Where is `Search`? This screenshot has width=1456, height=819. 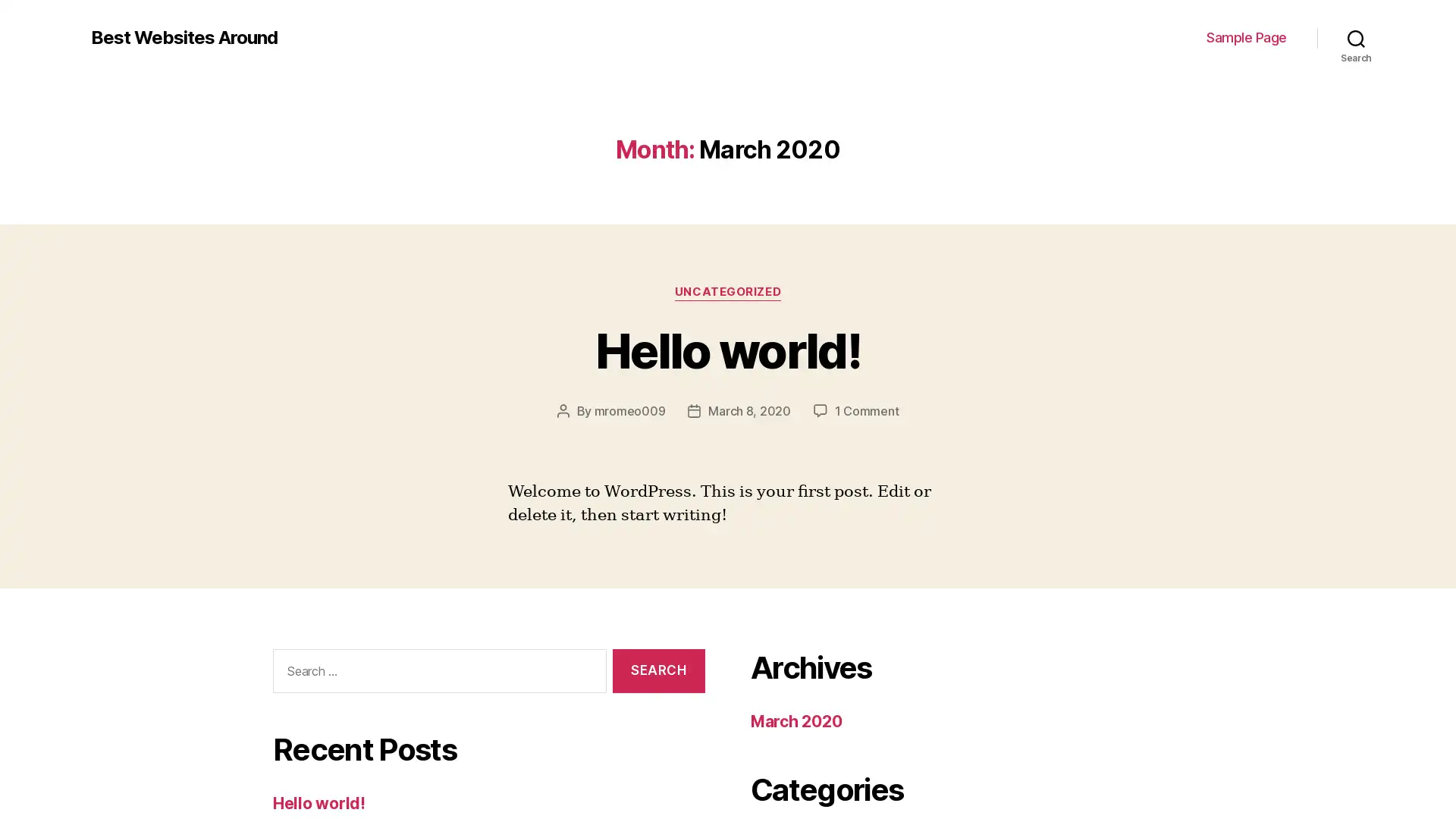 Search is located at coordinates (1356, 37).